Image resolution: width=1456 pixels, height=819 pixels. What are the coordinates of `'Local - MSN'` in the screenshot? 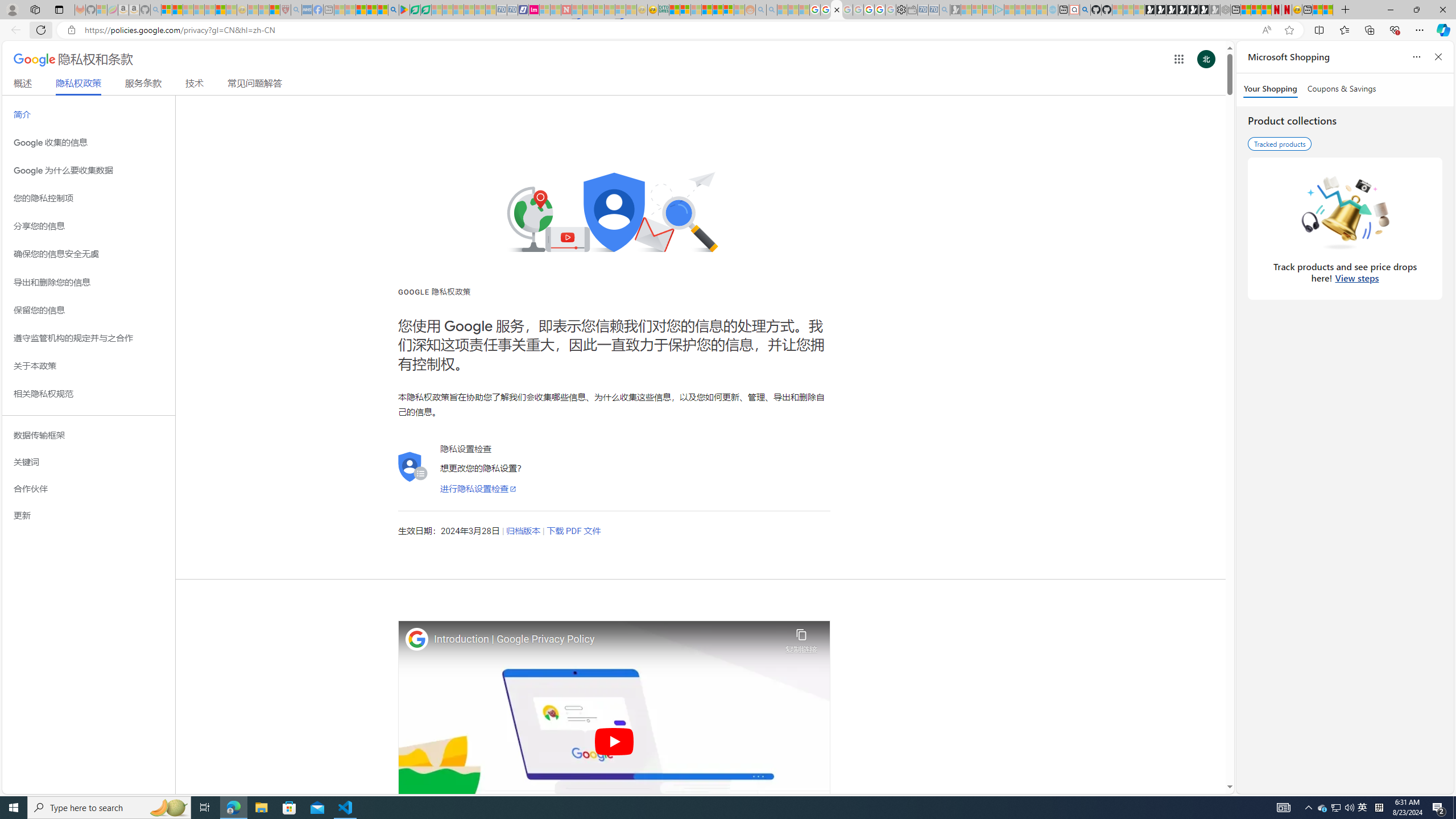 It's located at (274, 9).